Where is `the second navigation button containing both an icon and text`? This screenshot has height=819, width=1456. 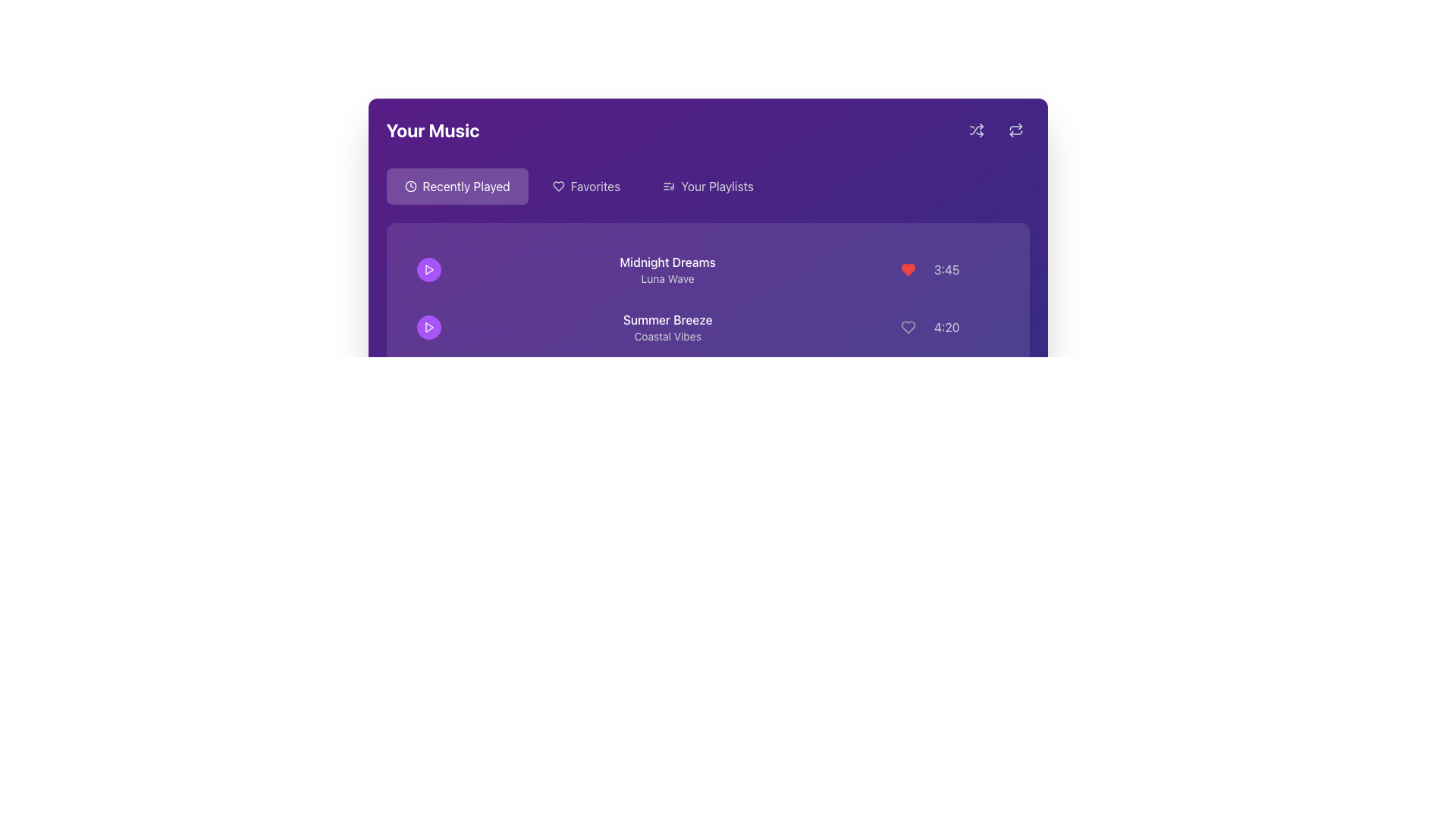 the second navigation button containing both an icon and text is located at coordinates (585, 186).